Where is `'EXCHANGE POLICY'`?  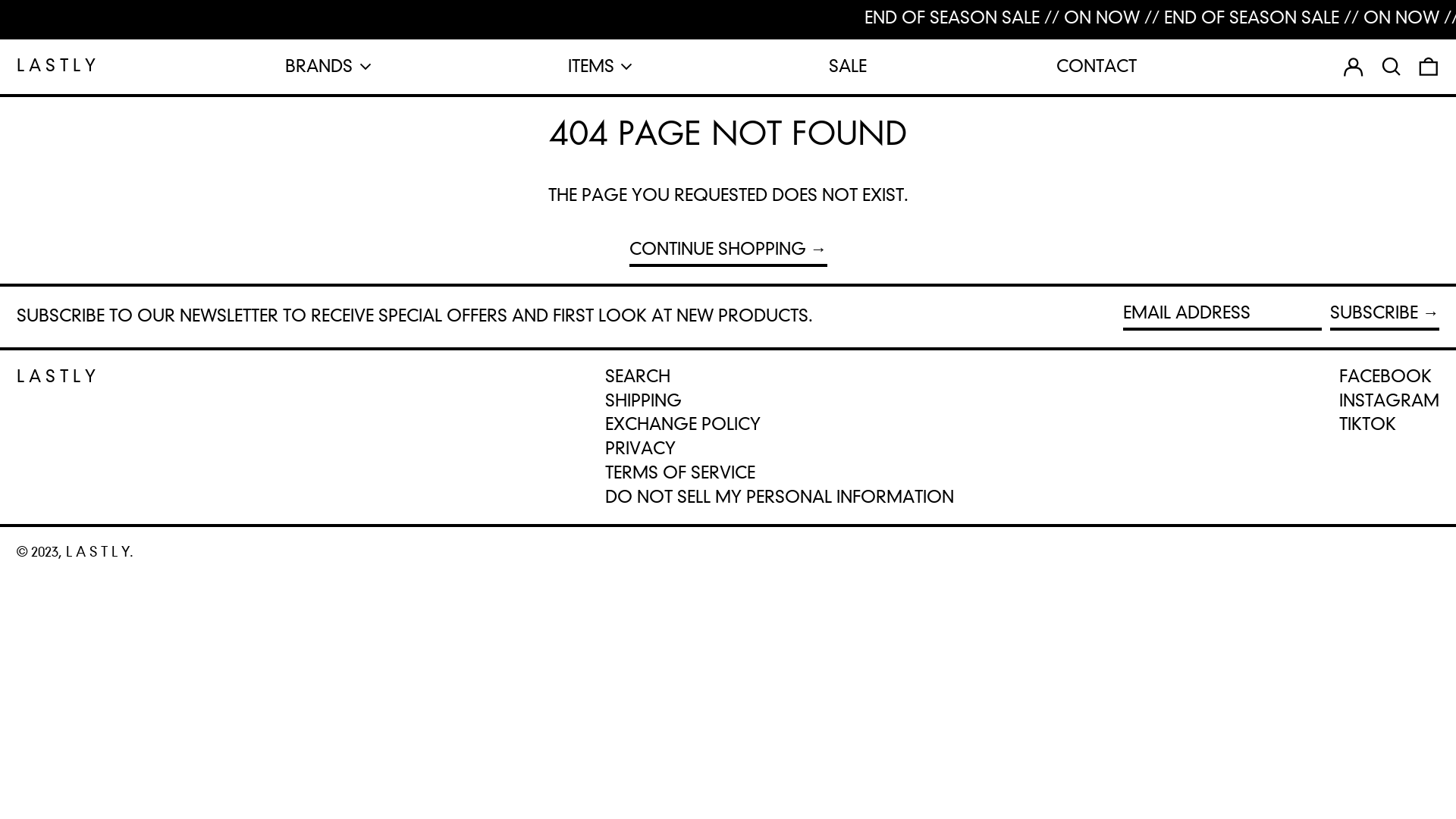
'EXCHANGE POLICY' is located at coordinates (682, 424).